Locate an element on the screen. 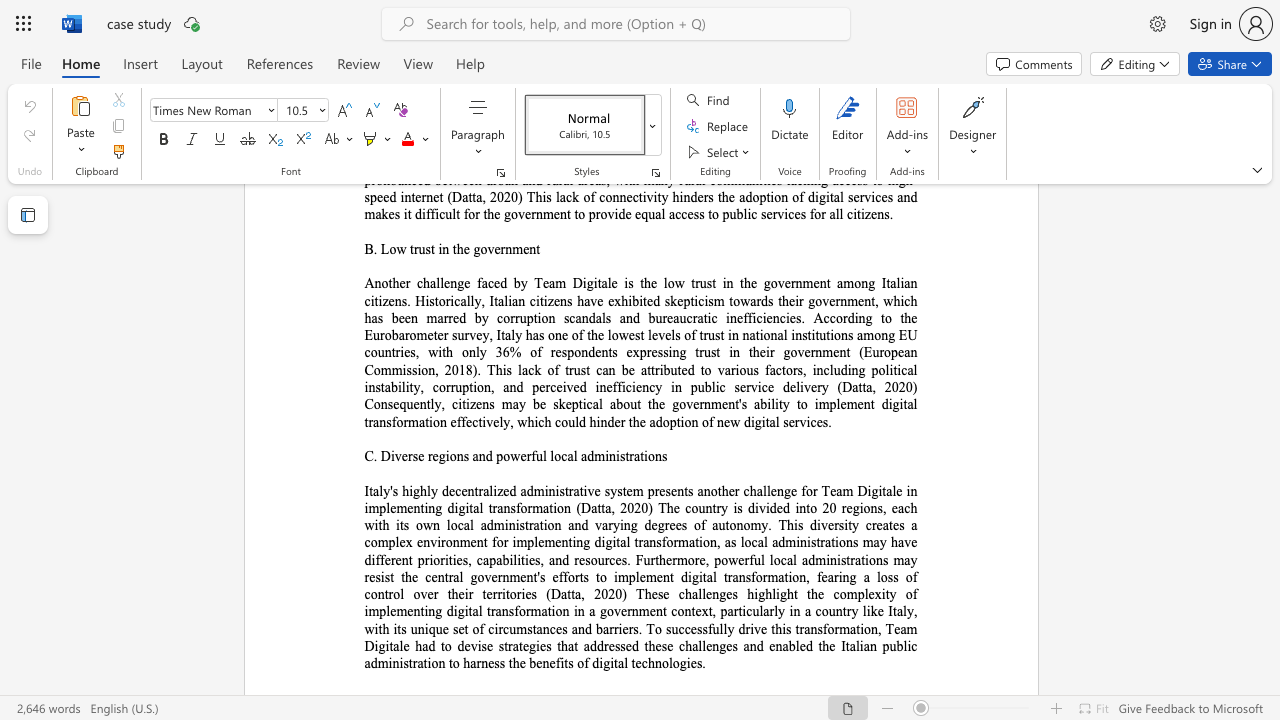  the 30th character "n" in the text is located at coordinates (558, 560).